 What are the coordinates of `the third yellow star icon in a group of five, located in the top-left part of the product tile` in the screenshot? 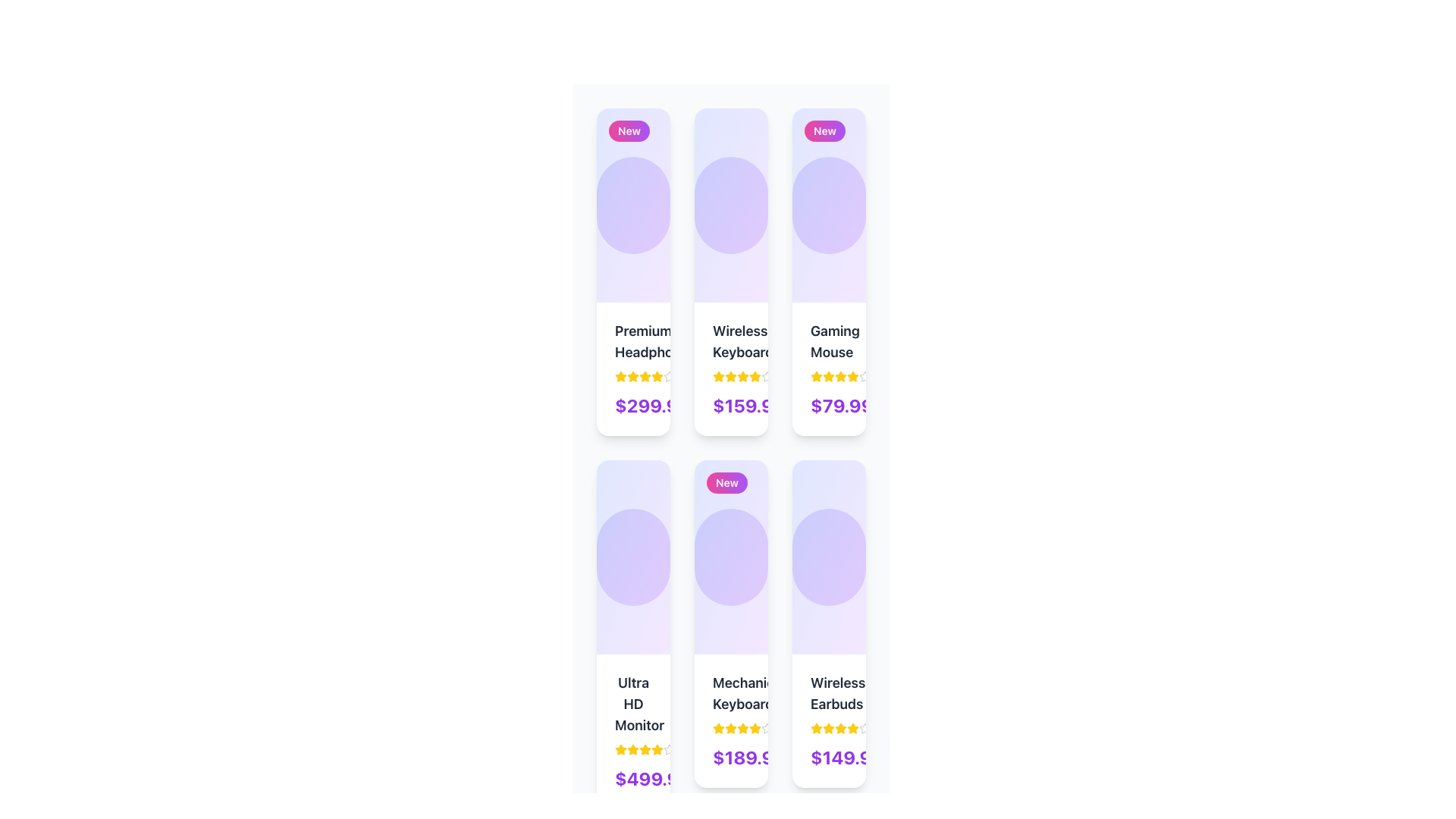 It's located at (633, 376).